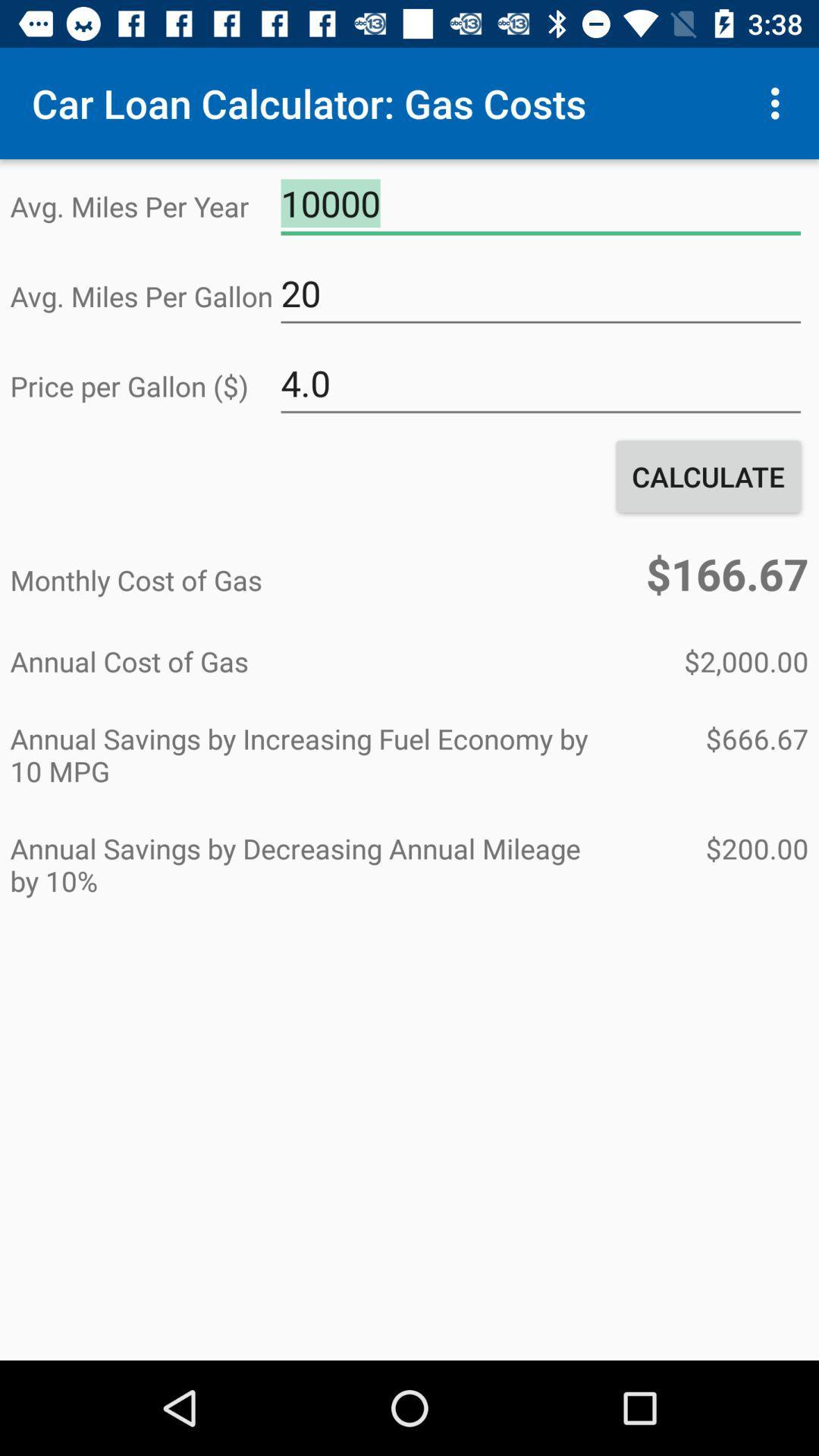  What do you see at coordinates (540, 293) in the screenshot?
I see `the icon next to the avg miles per item` at bounding box center [540, 293].